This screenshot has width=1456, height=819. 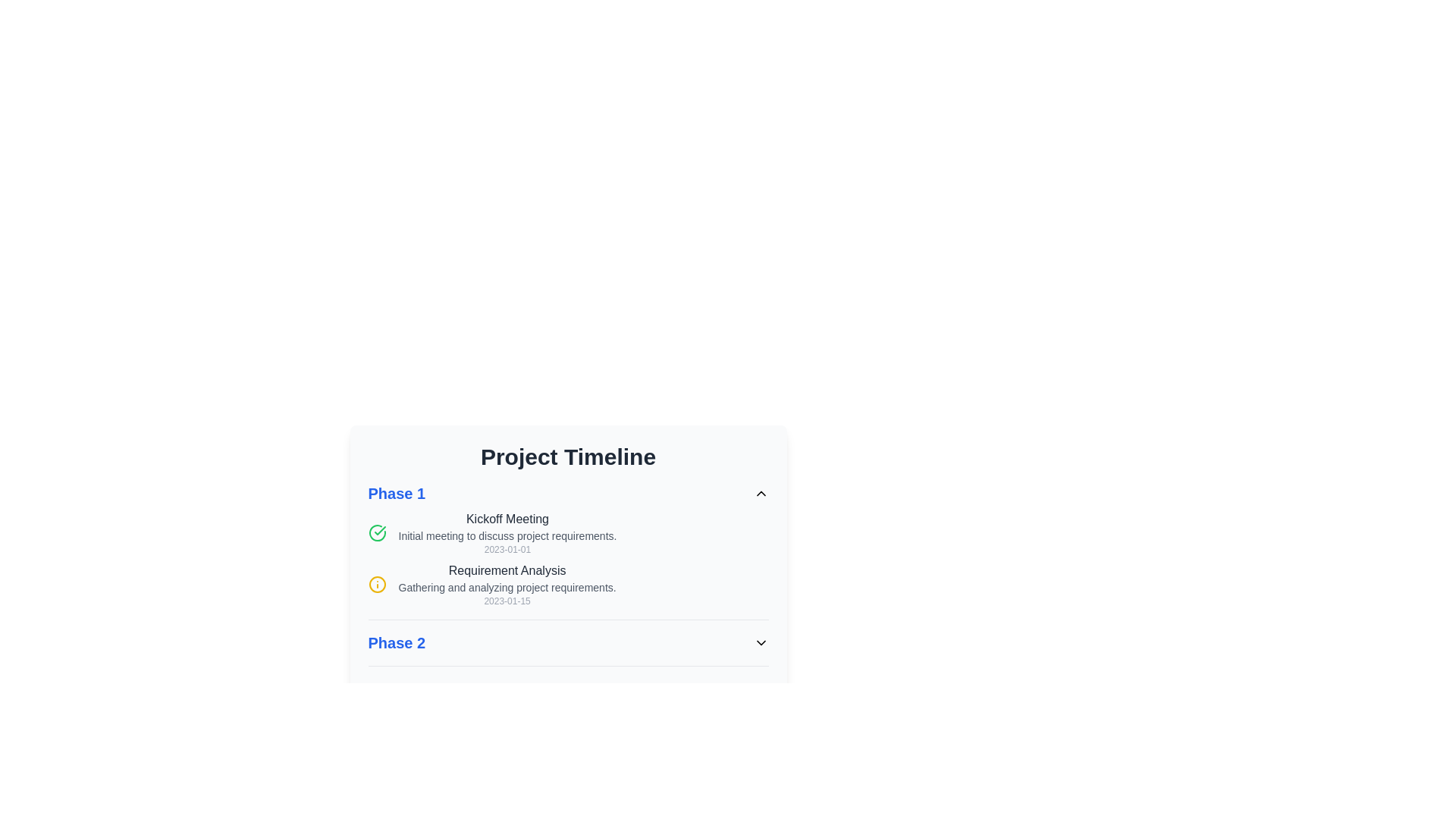 What do you see at coordinates (507, 601) in the screenshot?
I see `displayed date from the static text label showing '2023-01-15', which is located at the bottom of the 'Requirement Analysis' section in the timeline interface` at bounding box center [507, 601].